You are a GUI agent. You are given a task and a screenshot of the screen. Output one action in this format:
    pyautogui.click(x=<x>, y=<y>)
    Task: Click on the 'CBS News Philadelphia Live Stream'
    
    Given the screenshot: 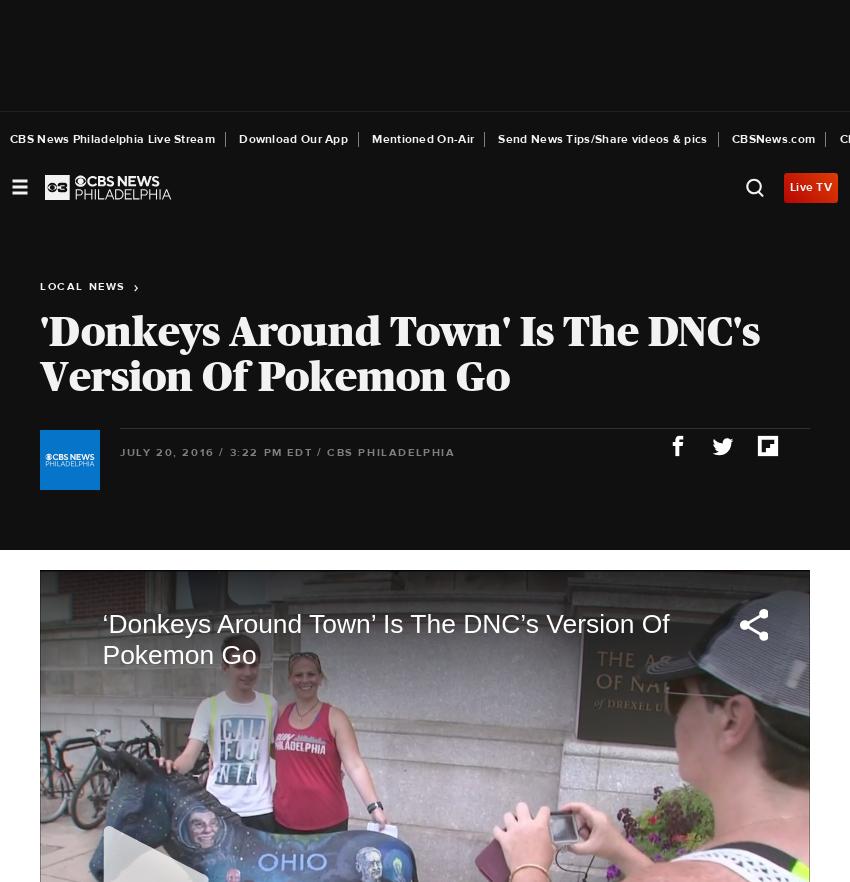 What is the action you would take?
    pyautogui.click(x=111, y=139)
    